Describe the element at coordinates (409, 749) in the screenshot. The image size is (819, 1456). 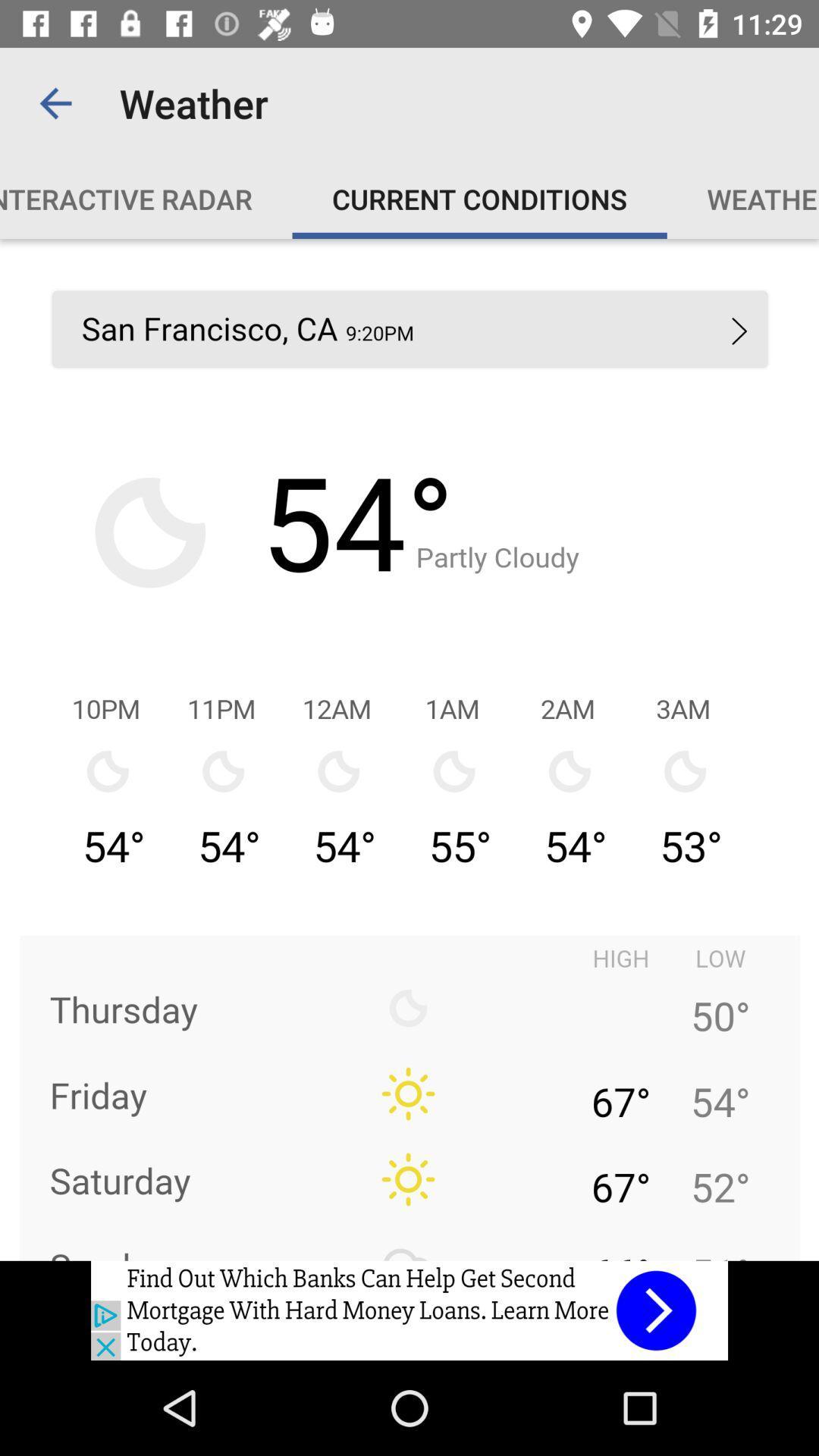
I see `weather` at that location.